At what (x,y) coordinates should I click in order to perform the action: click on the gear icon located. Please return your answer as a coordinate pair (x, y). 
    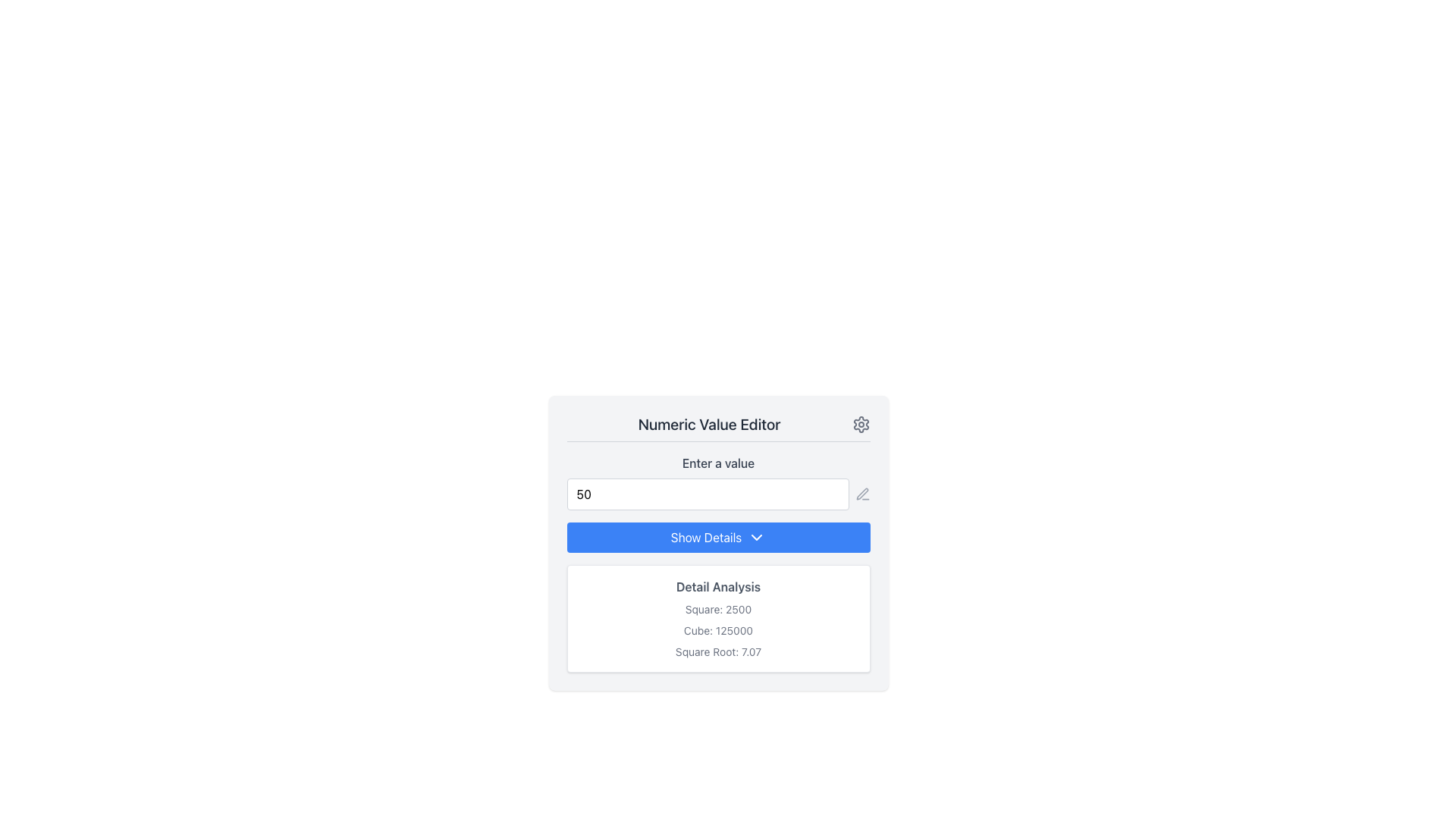
    Looking at the image, I should click on (861, 424).